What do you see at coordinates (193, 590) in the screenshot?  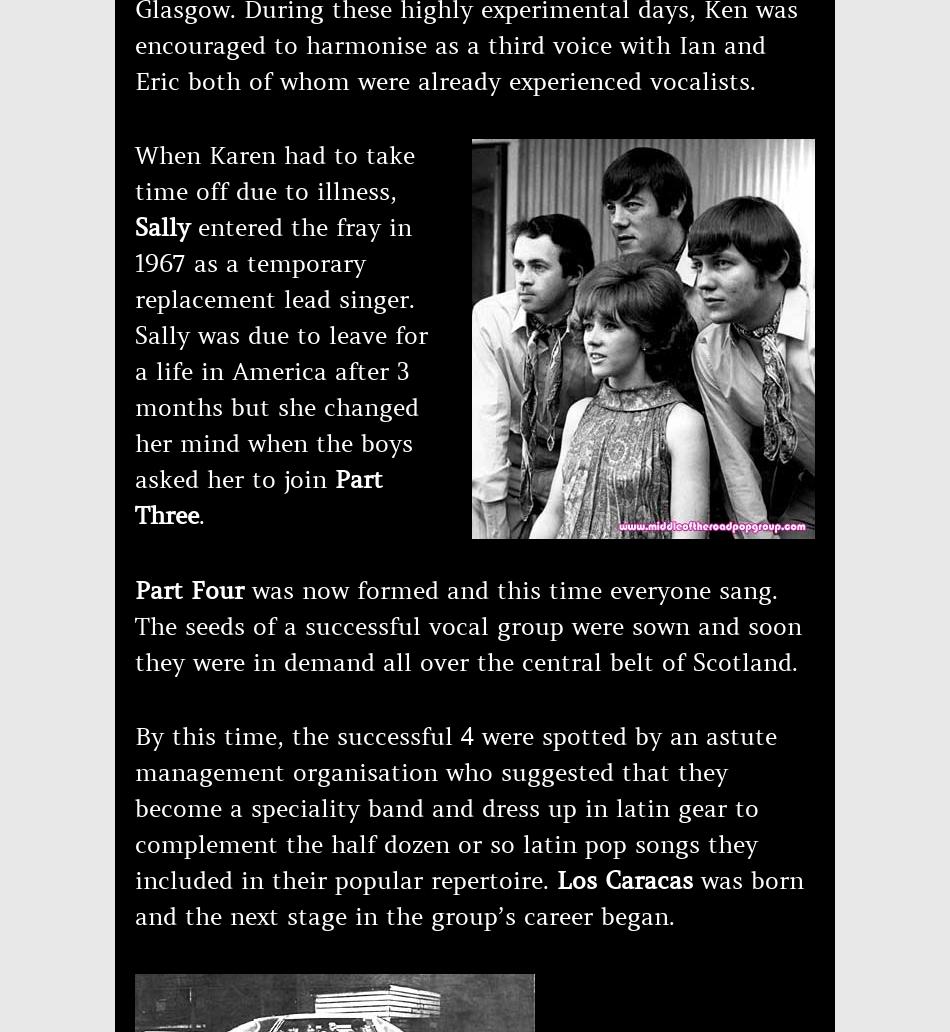 I see `'Part Four'` at bounding box center [193, 590].